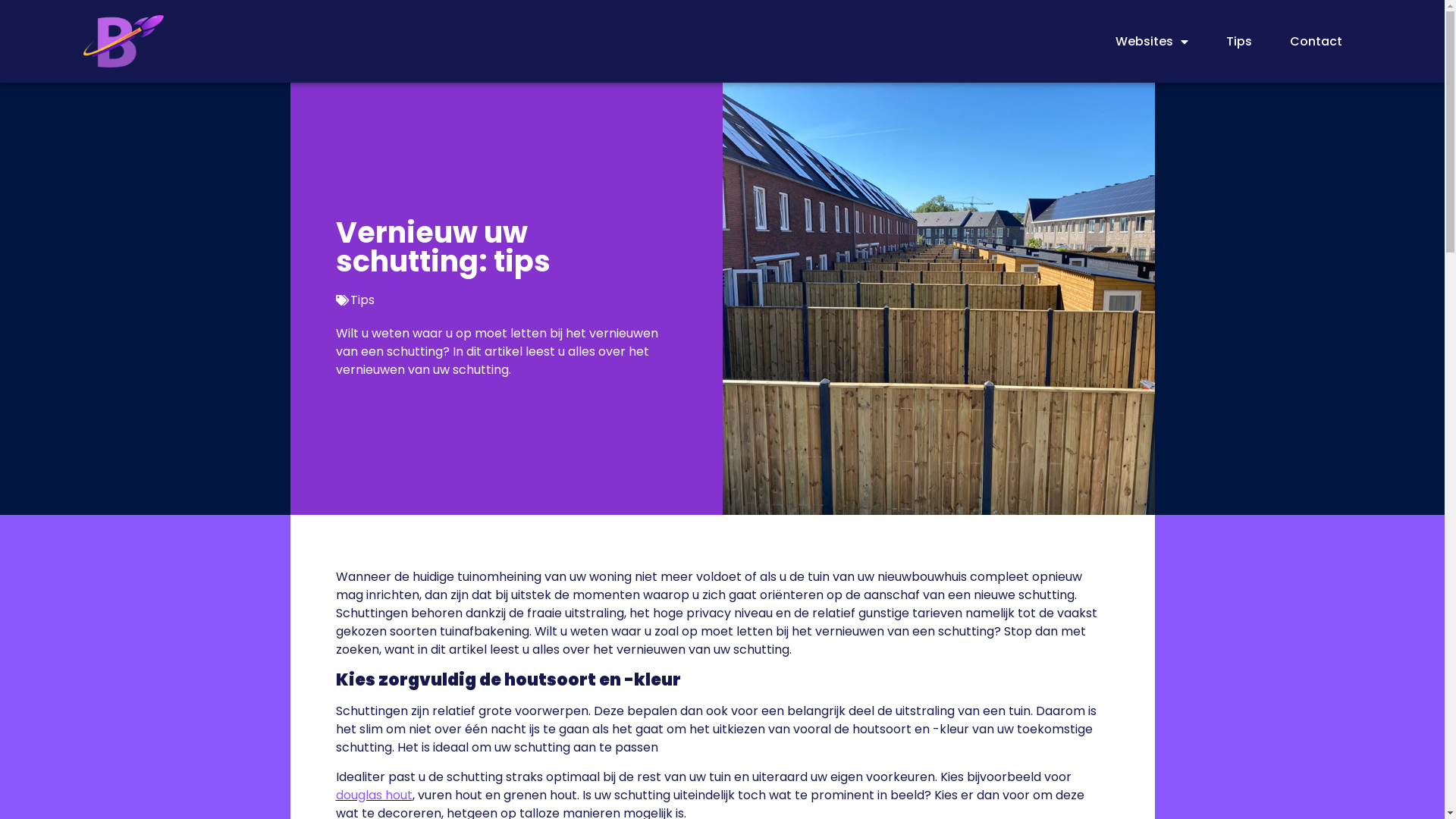 The width and height of the screenshot is (1456, 819). What do you see at coordinates (1315, 40) in the screenshot?
I see `'Contact'` at bounding box center [1315, 40].